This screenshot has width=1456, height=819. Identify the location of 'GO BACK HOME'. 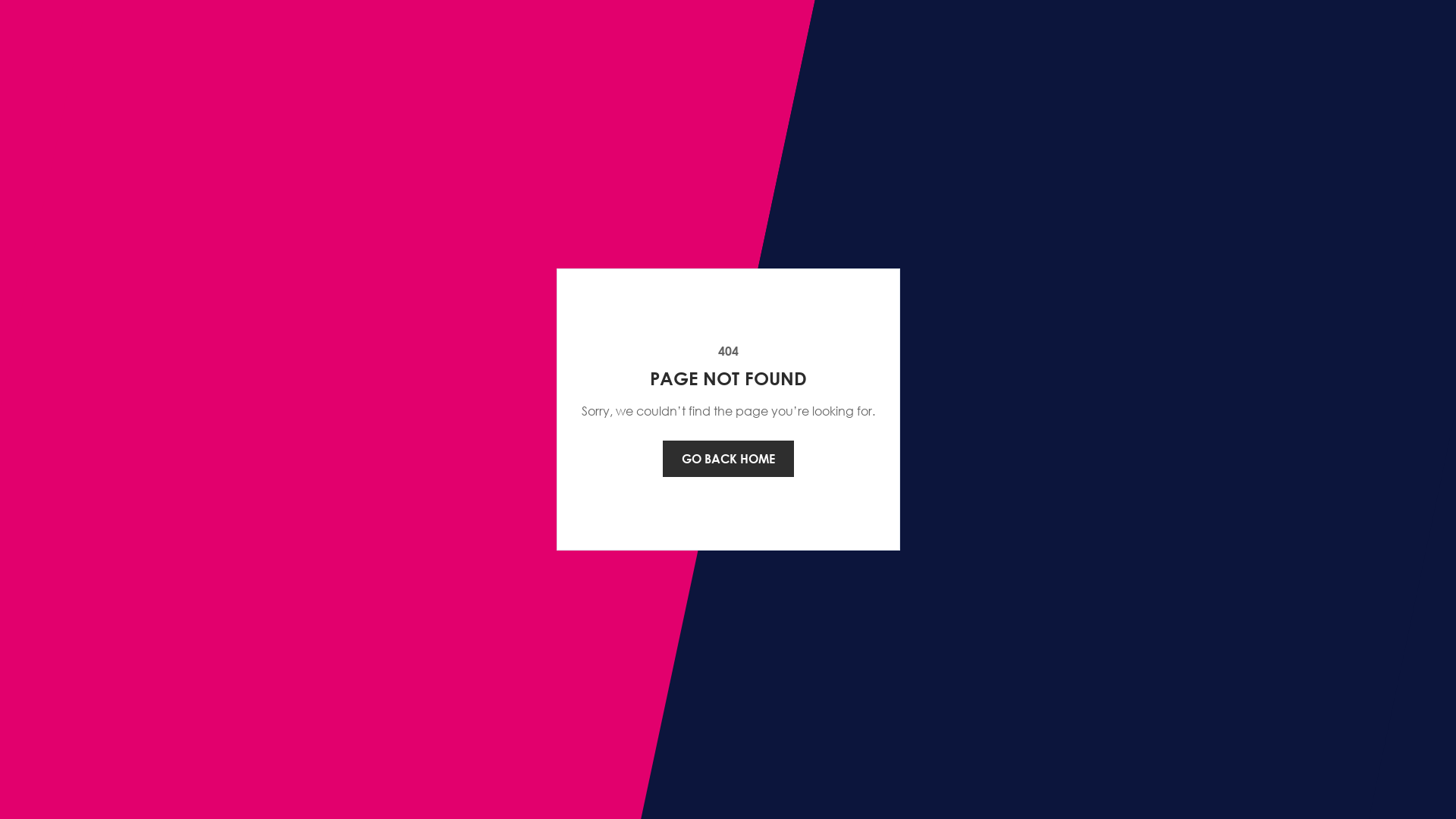
(662, 458).